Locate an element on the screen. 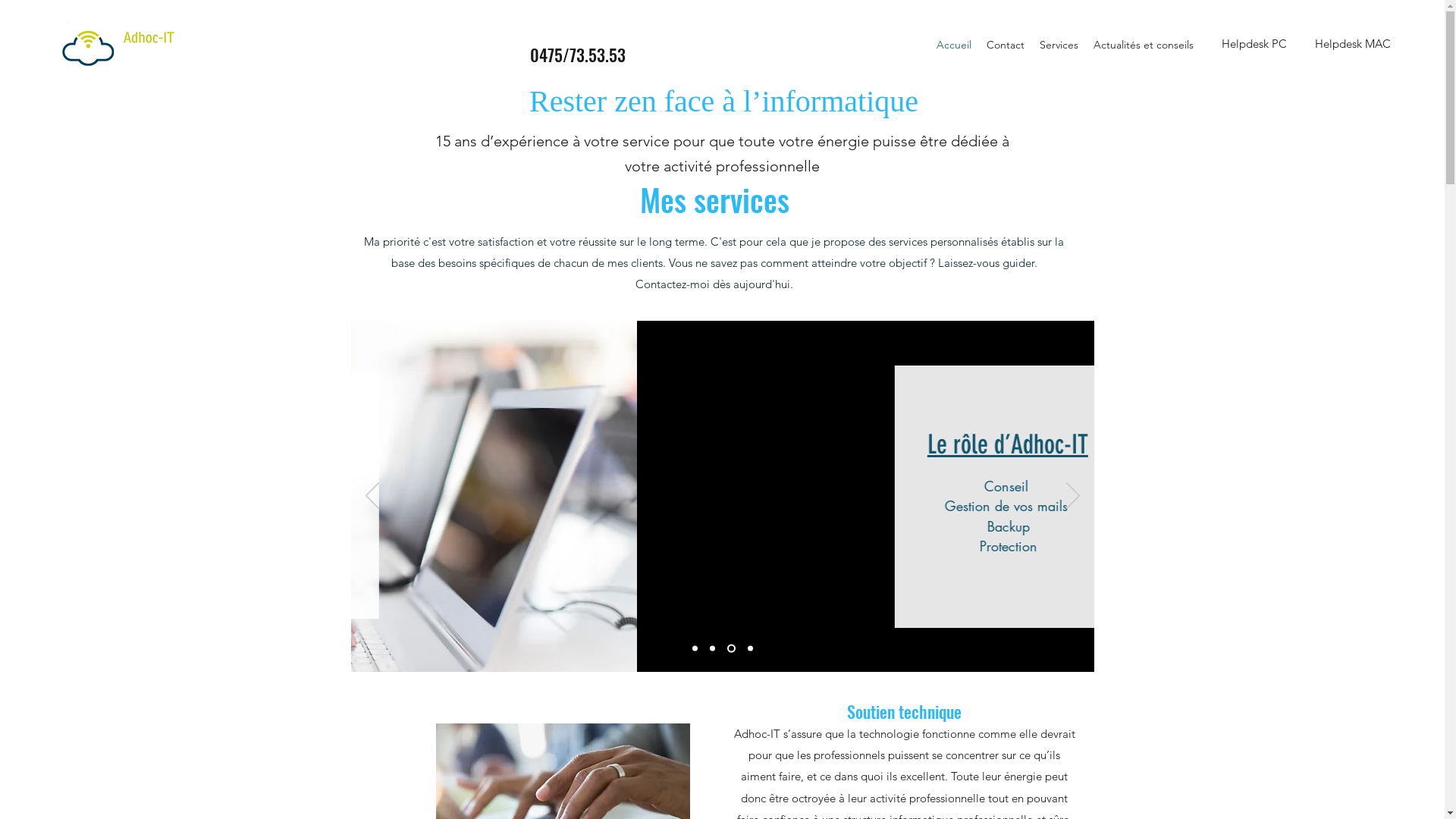 This screenshot has height=819, width=1456. 'Services' is located at coordinates (1058, 43).